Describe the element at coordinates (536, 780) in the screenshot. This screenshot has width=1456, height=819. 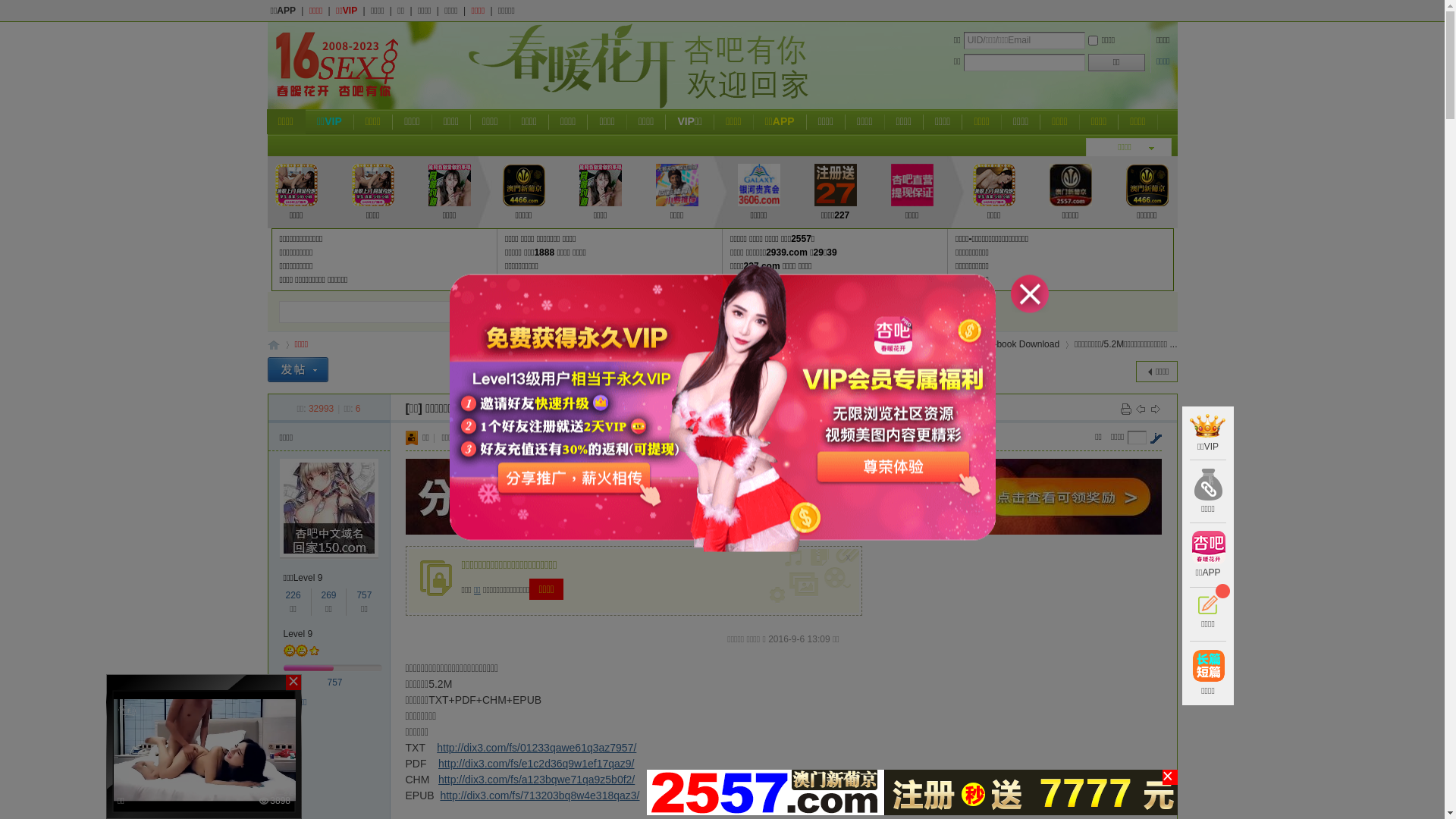
I see `'http://dix3.com/fs/a123bqwe71qa9z5b0f2/'` at that location.